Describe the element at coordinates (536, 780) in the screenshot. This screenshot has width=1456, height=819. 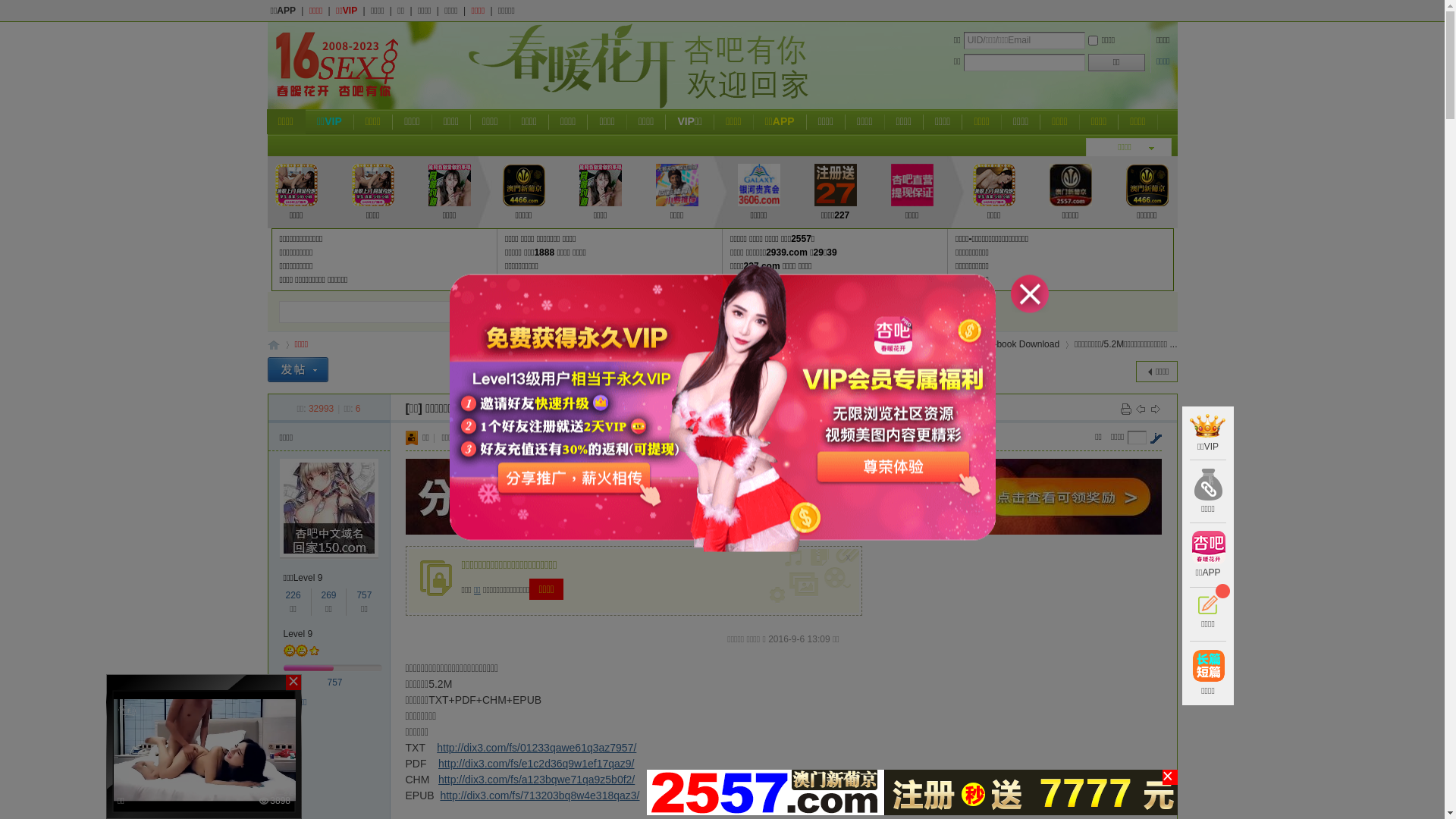
I see `'http://dix3.com/fs/a123bqwe71qa9z5b0f2/'` at that location.